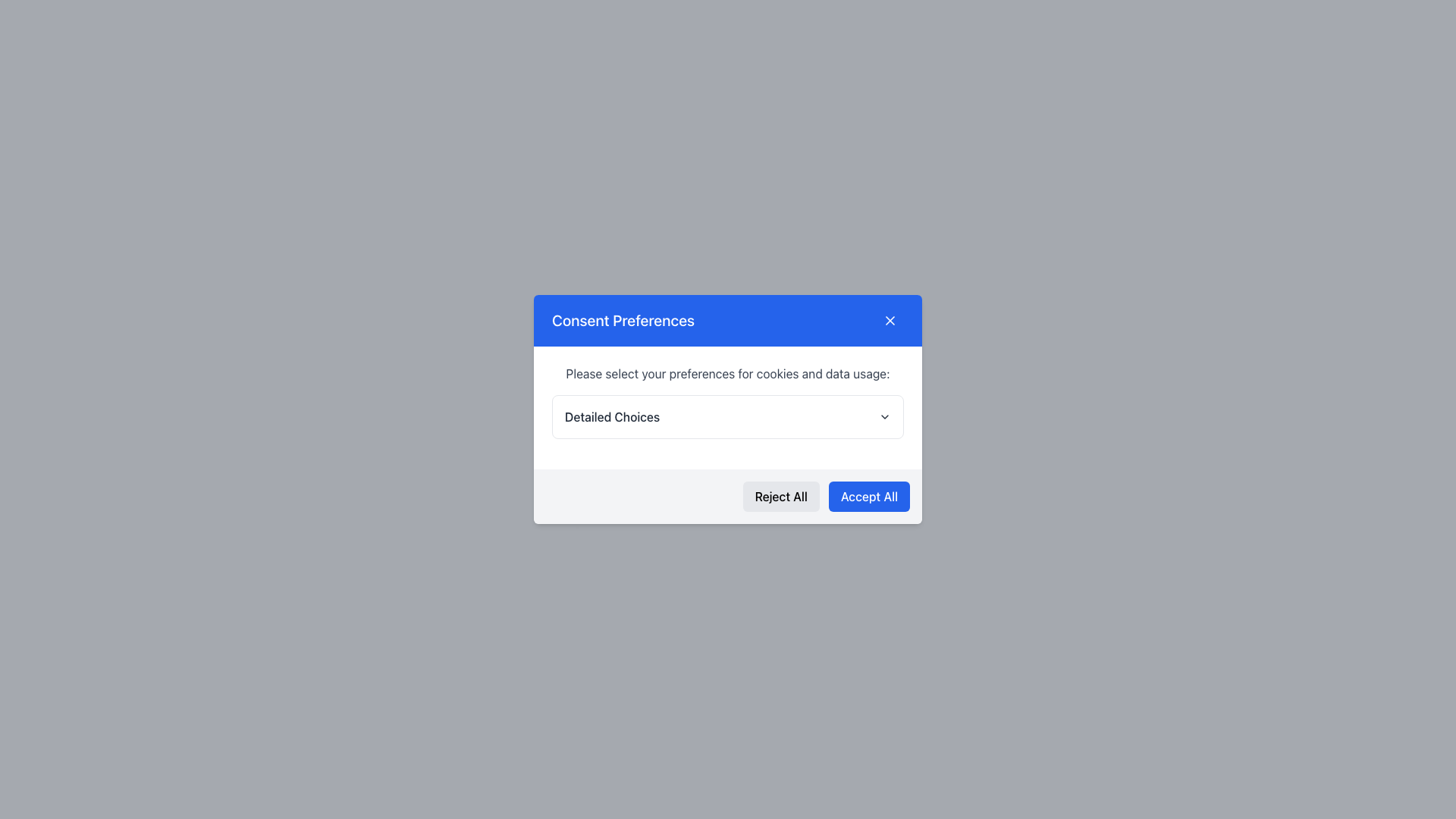 Image resolution: width=1456 pixels, height=819 pixels. I want to click on the 'Reject All' and 'Accept All' buttons in the button group located at the bottom of the 'Consent Preferences' dialog box, so click(728, 497).